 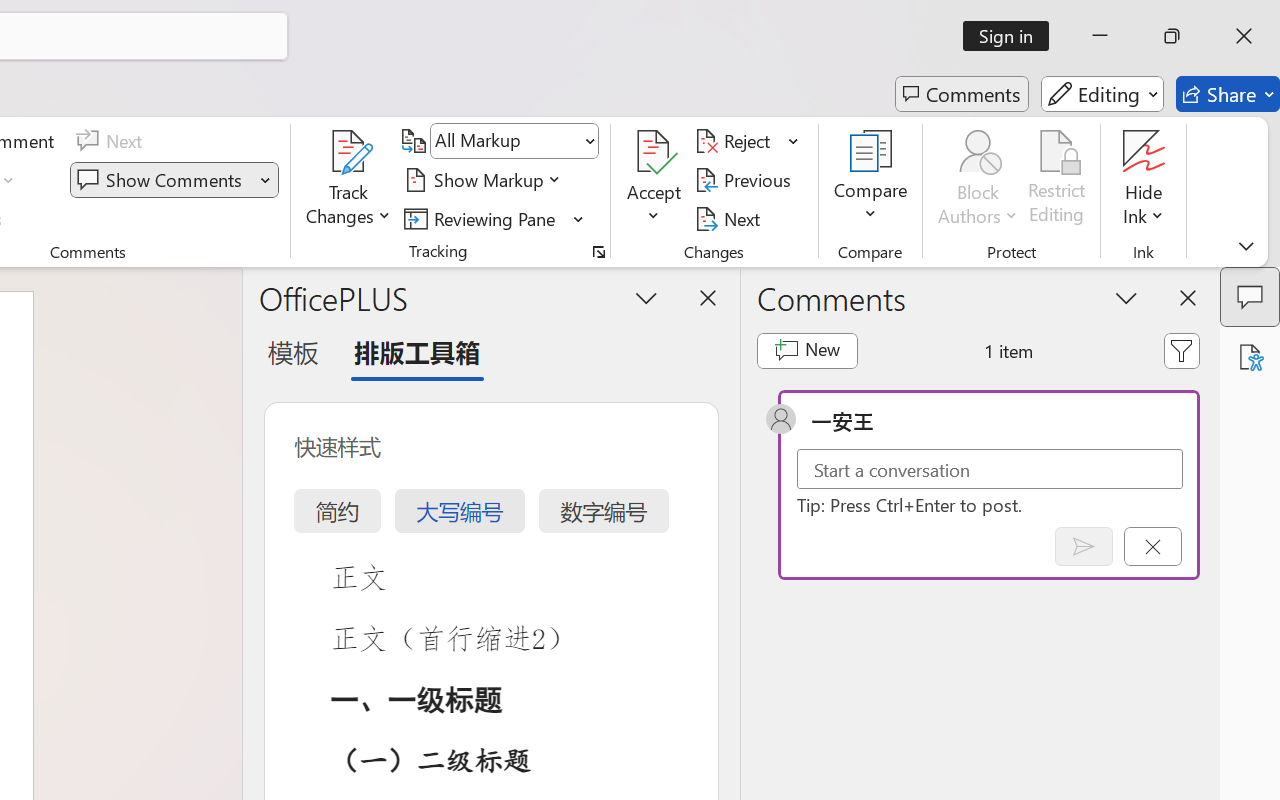 I want to click on 'Accessibility Assistant', so click(x=1248, y=357).